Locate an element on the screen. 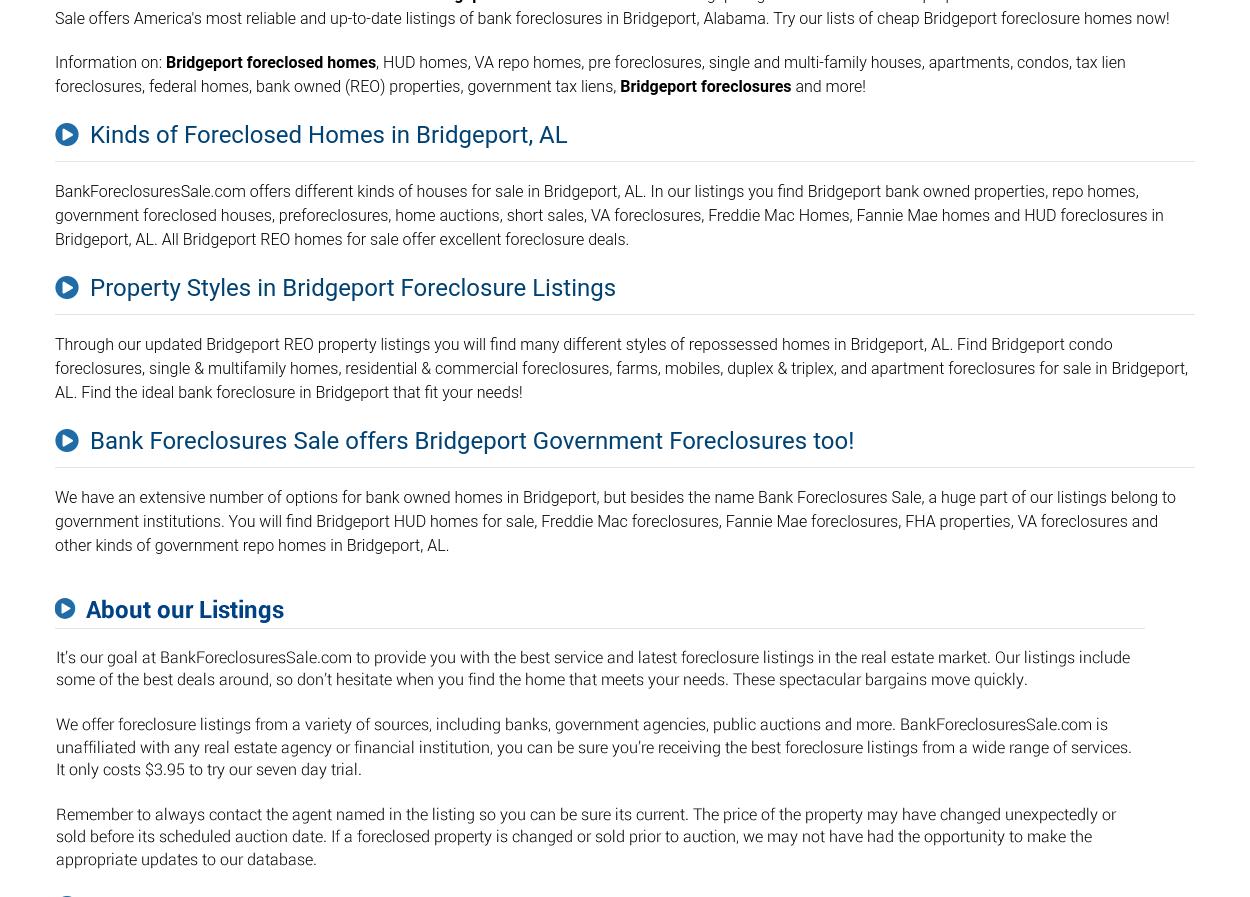 Image resolution: width=1250 pixels, height=897 pixels. 'Bridgeport foreclosed homes' is located at coordinates (165, 61).